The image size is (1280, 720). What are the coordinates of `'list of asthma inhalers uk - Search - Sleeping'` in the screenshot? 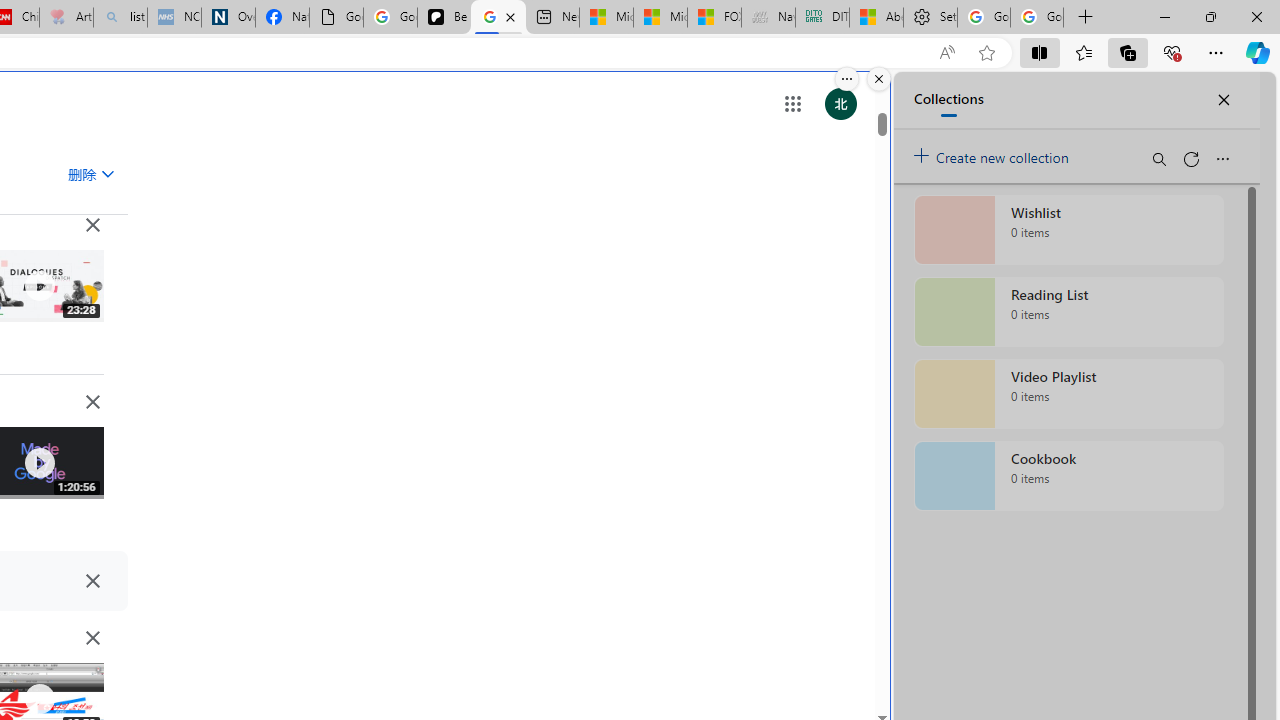 It's located at (119, 17).